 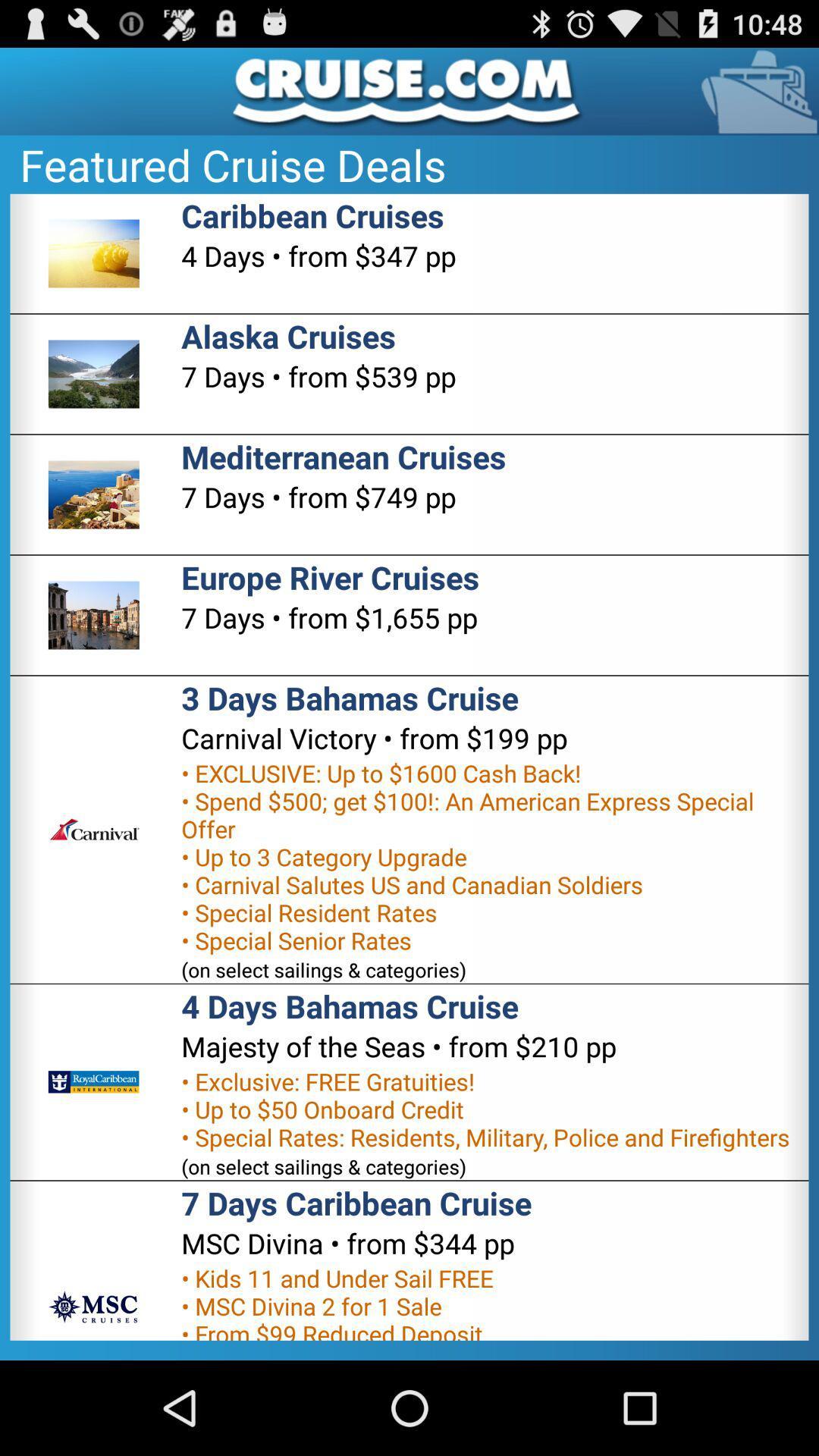 I want to click on icon above the exclusive free gratuities icon, so click(x=398, y=1046).